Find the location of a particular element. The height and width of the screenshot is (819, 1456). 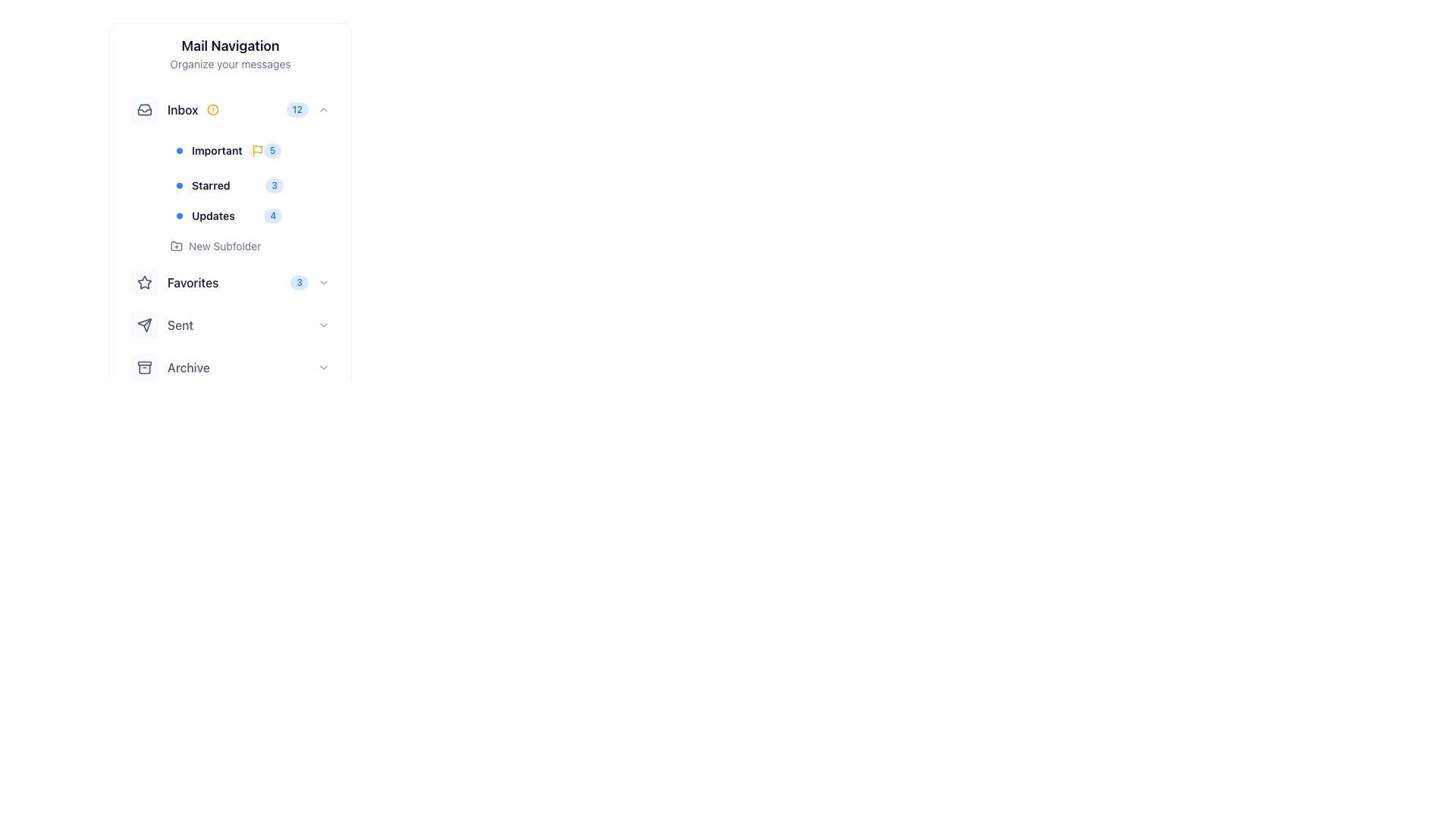

the 'Important' flagged email folder in the 'Mail Navigation' sidebar is located at coordinates (248, 151).